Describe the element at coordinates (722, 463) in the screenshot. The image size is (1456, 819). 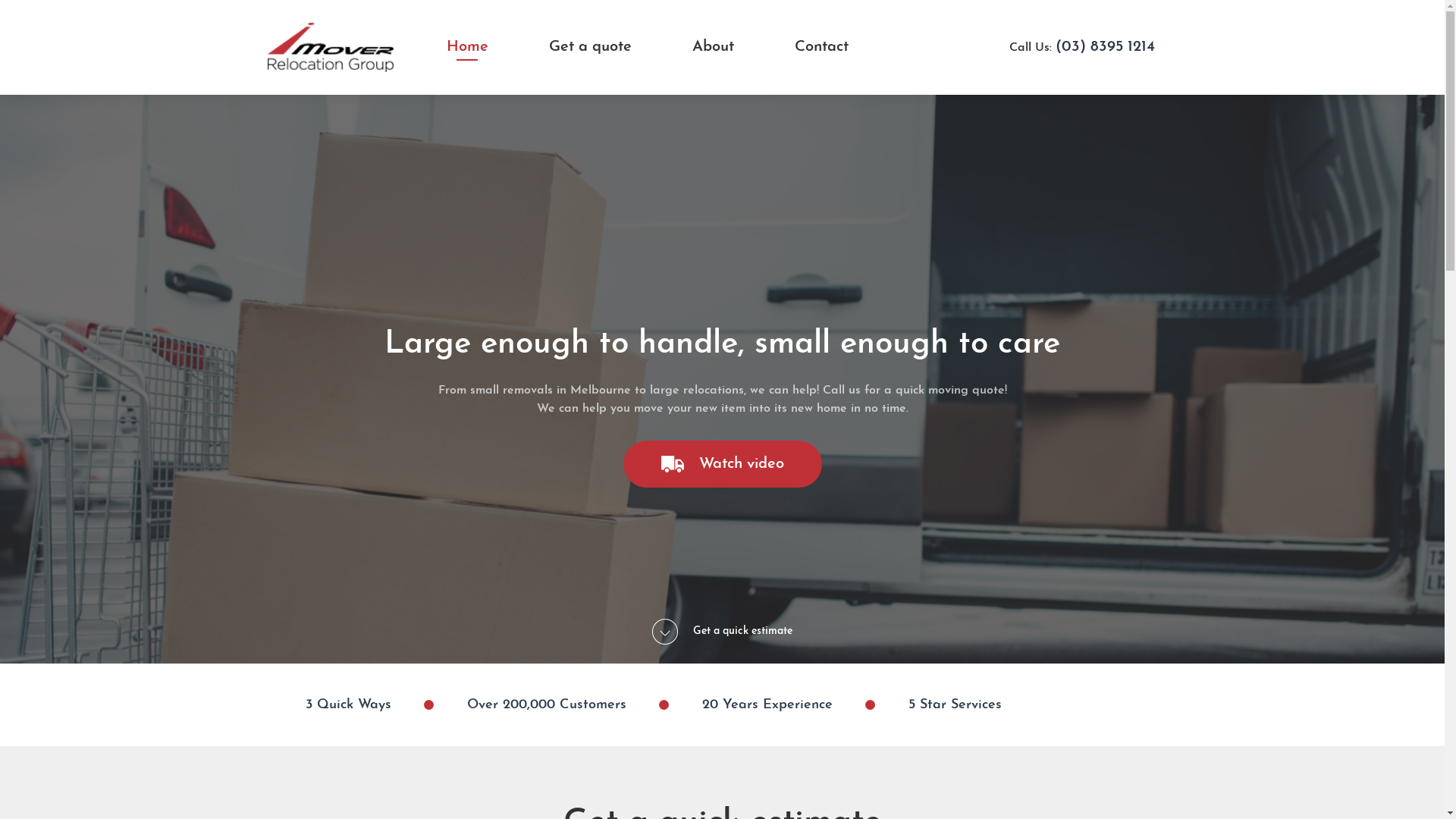
I see `'Watch video'` at that location.